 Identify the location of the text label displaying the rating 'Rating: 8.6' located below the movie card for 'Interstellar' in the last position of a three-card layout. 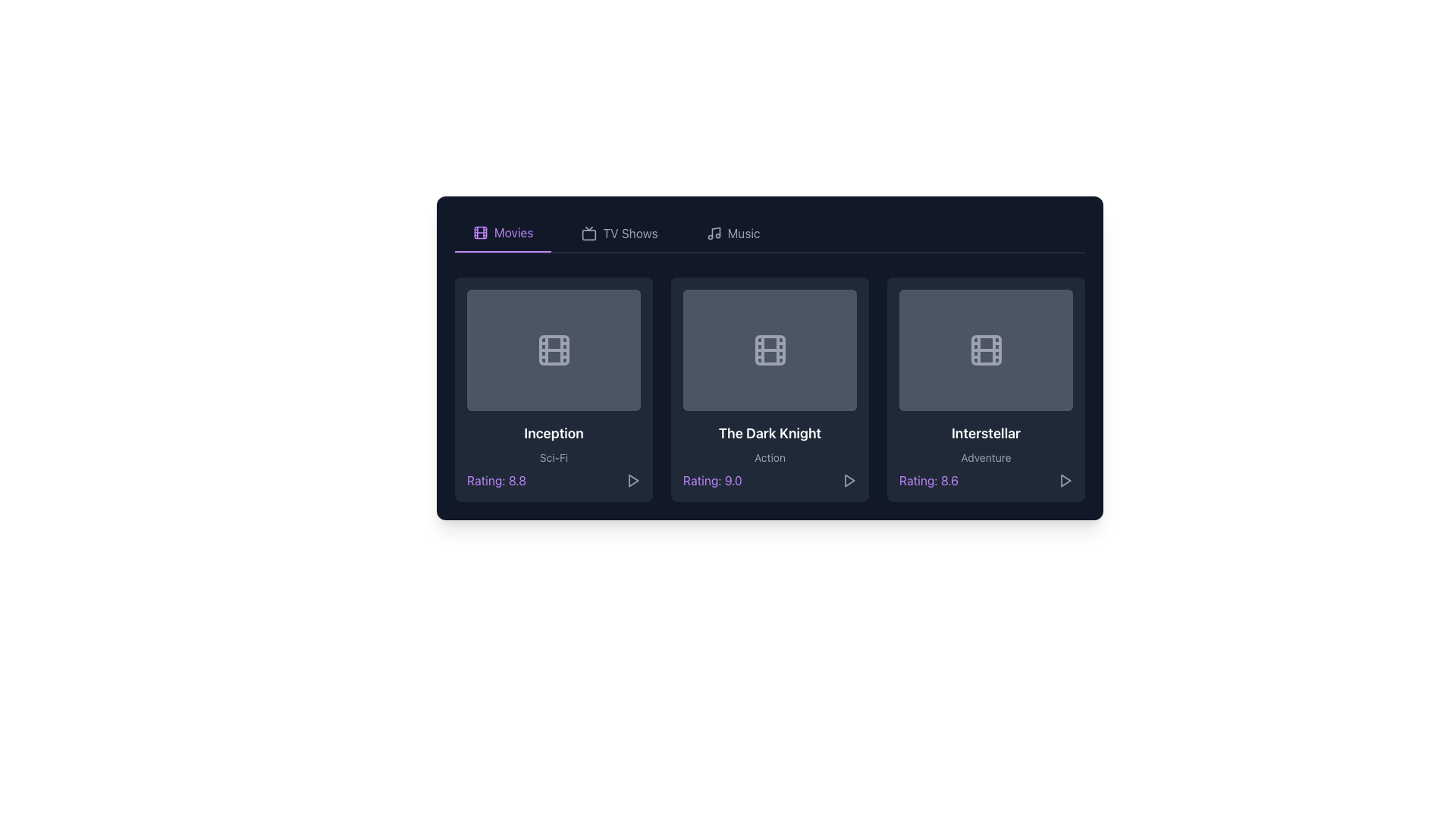
(927, 480).